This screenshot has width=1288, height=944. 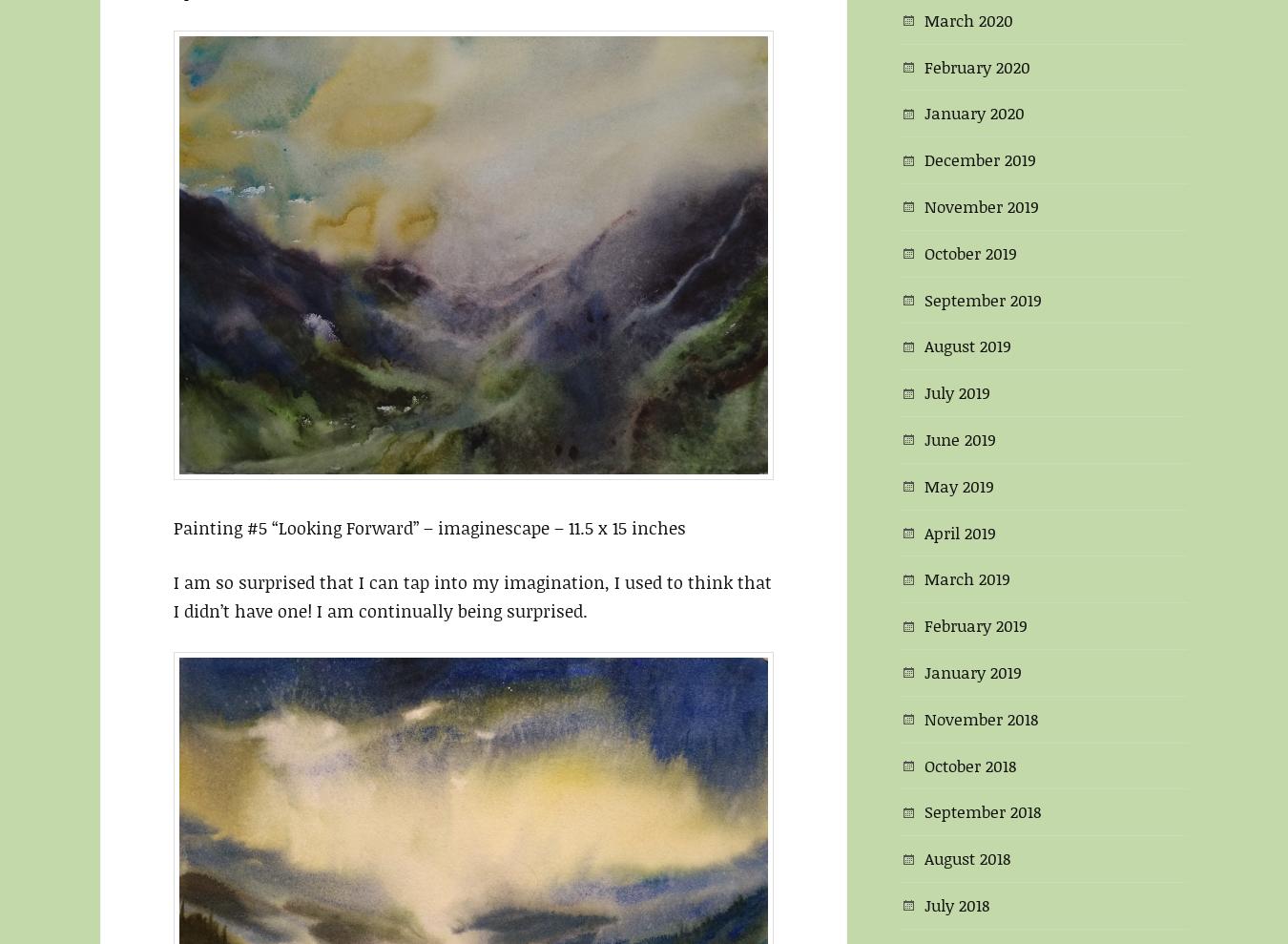 I want to click on 'January 2019', so click(x=973, y=669).